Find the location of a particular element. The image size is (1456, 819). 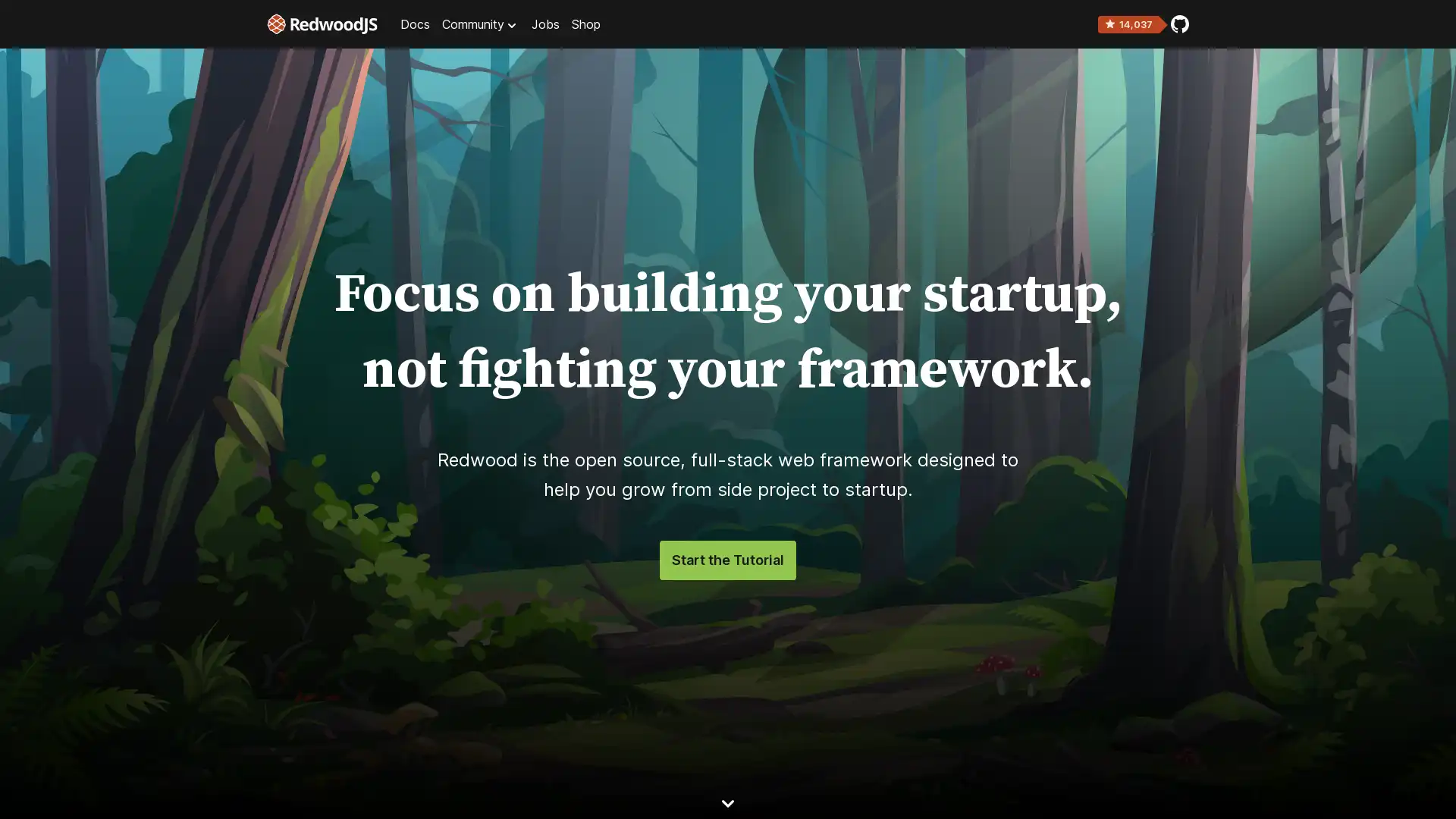

Community is located at coordinates (479, 24).